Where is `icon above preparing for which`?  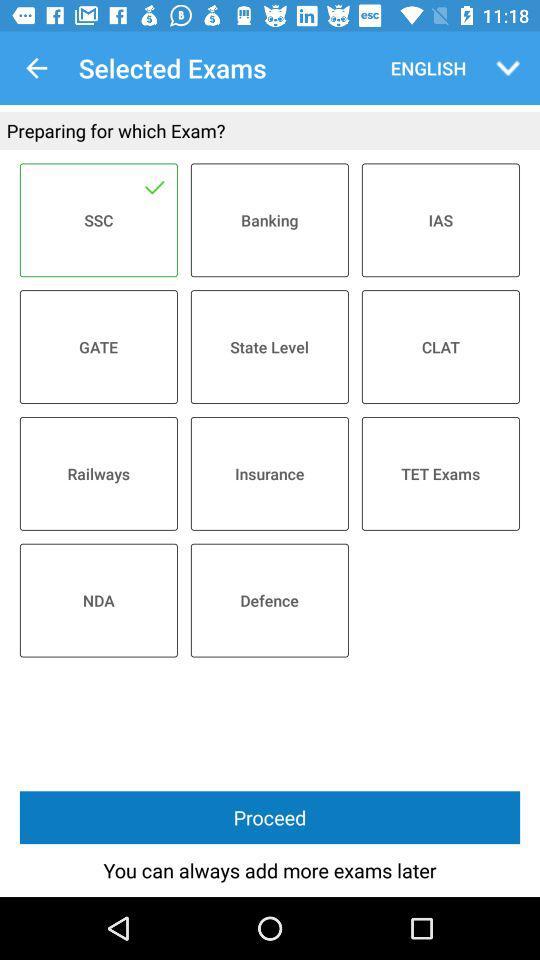
icon above preparing for which is located at coordinates (36, 68).